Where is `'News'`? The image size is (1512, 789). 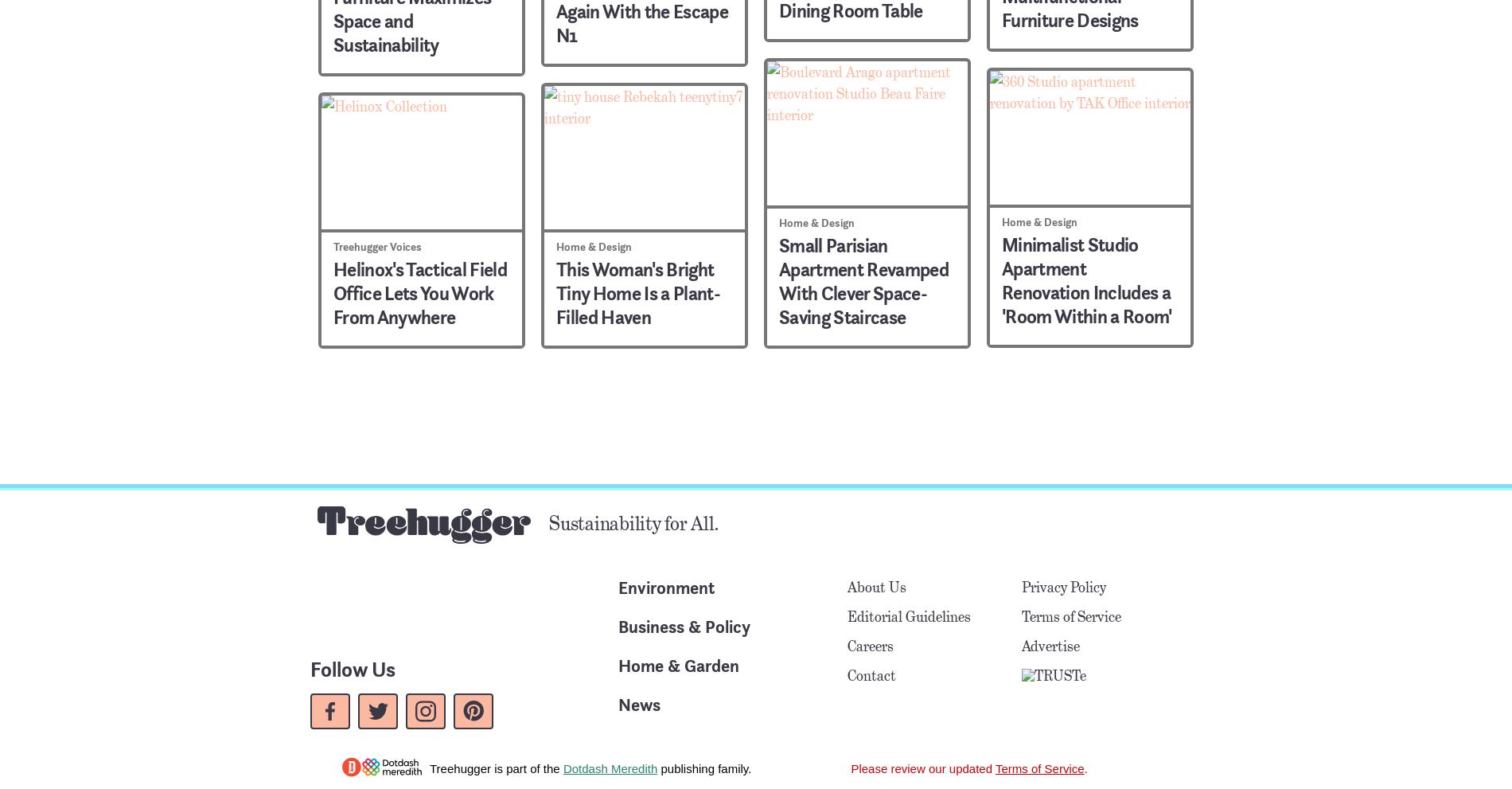 'News' is located at coordinates (638, 704).